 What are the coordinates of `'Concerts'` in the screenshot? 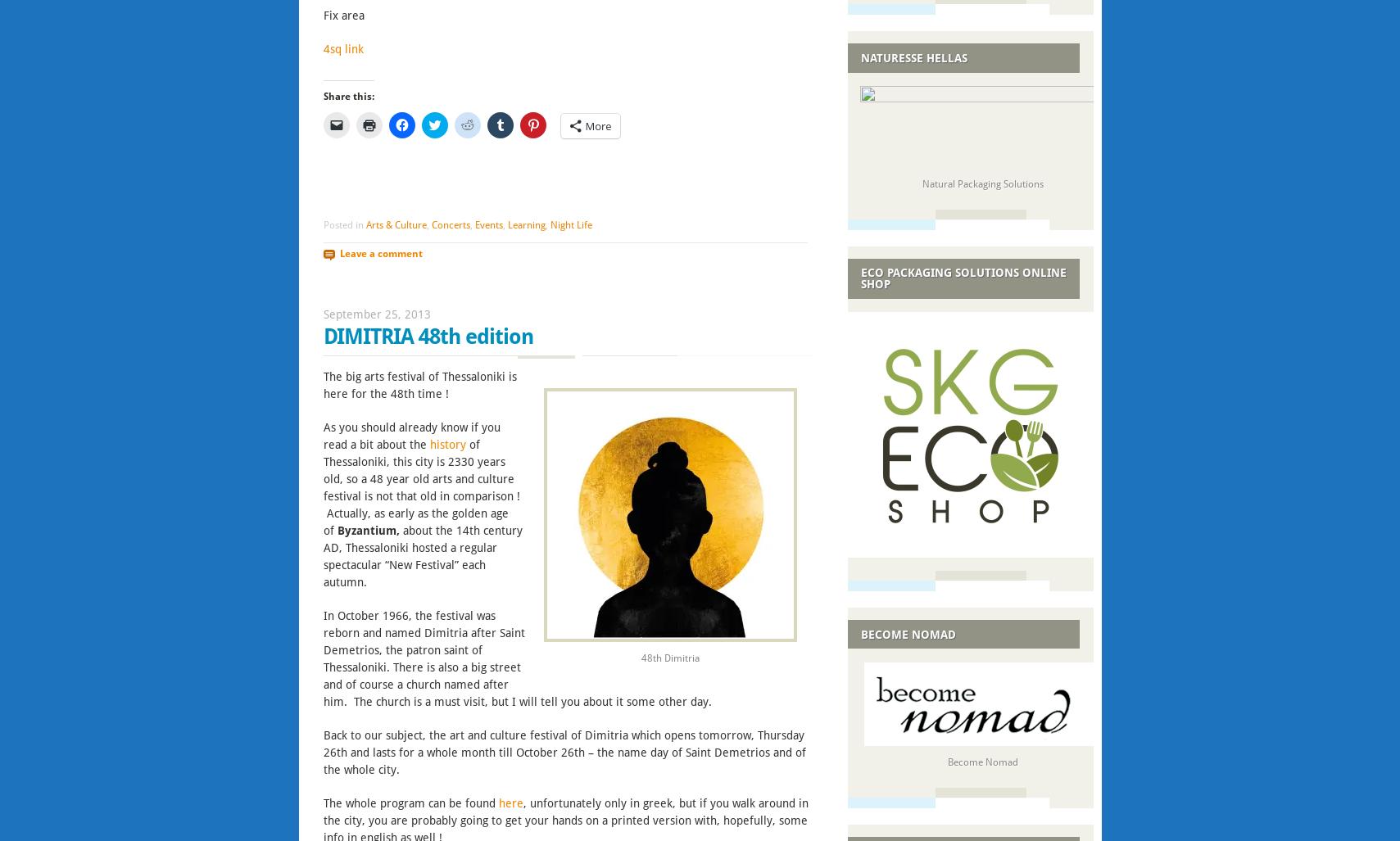 It's located at (449, 225).